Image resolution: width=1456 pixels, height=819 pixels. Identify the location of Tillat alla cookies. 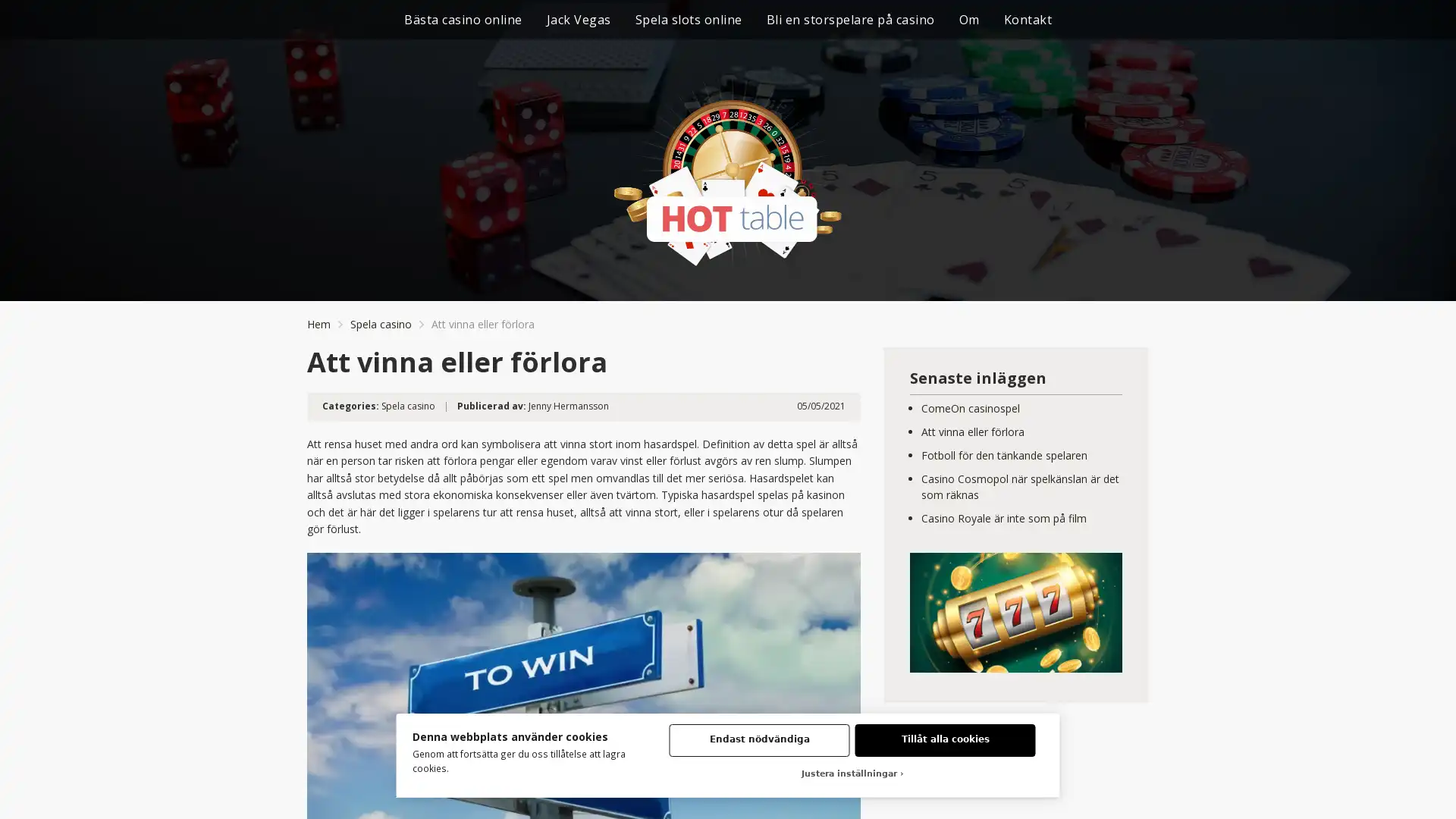
(944, 739).